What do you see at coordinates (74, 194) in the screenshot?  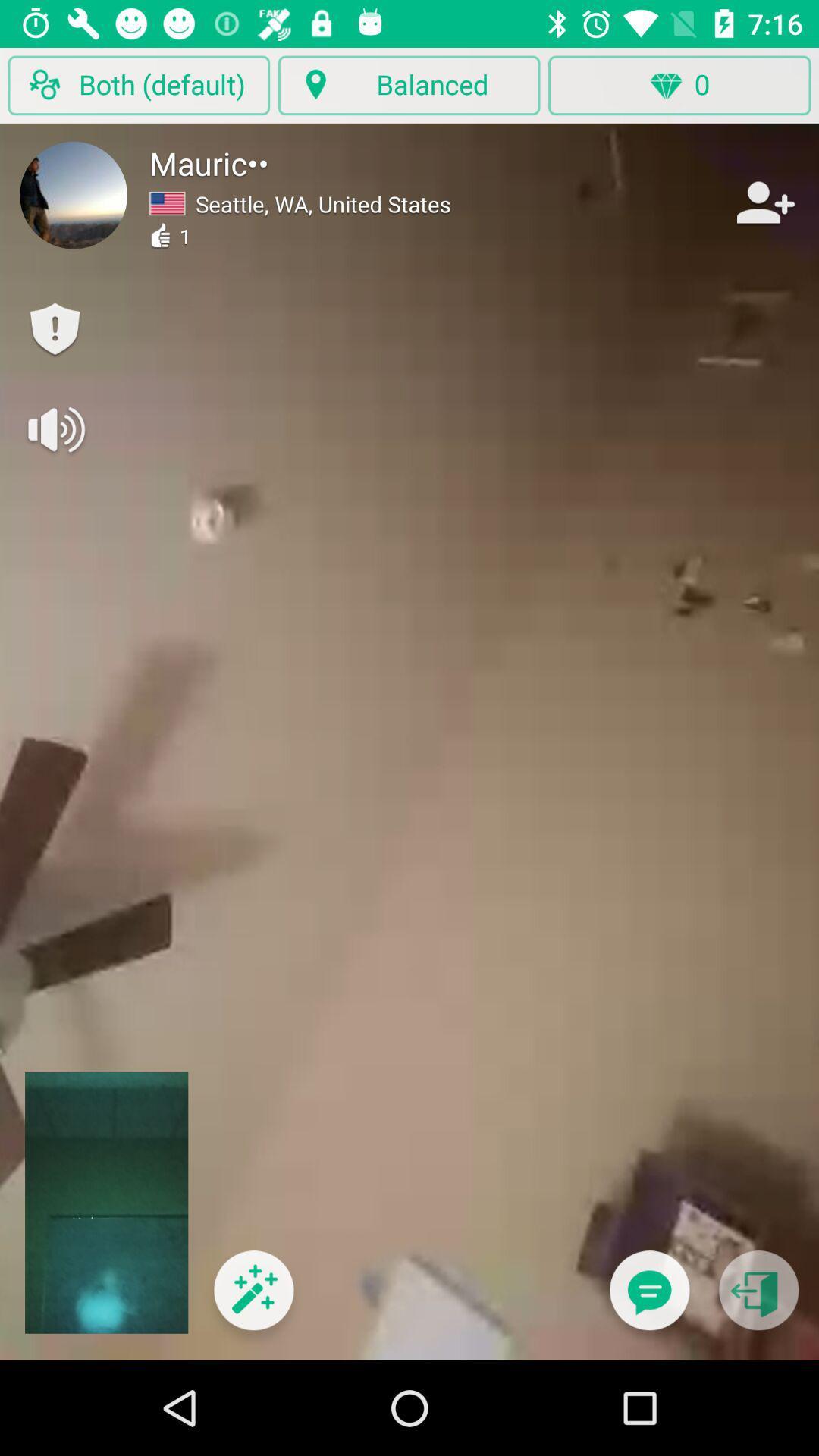 I see `look at user profile` at bounding box center [74, 194].